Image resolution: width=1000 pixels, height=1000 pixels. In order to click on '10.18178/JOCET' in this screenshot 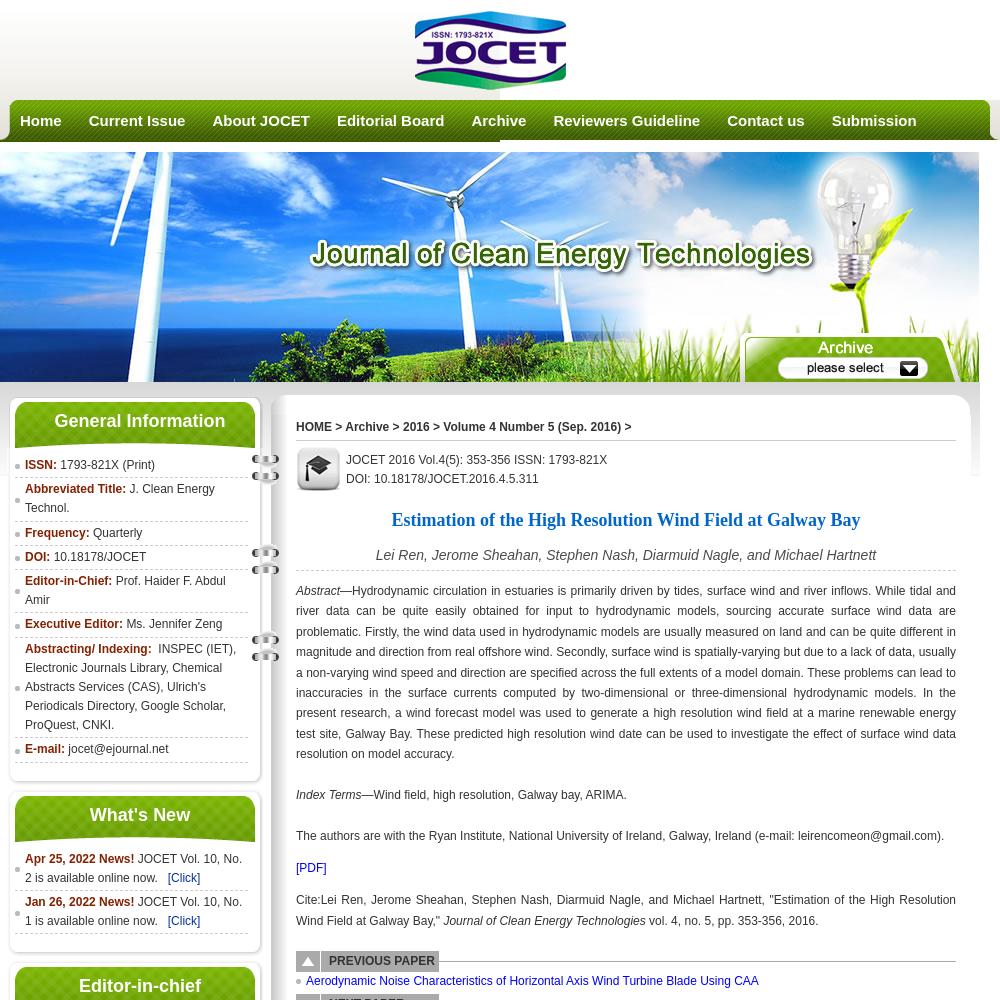, I will do `click(98, 556)`.